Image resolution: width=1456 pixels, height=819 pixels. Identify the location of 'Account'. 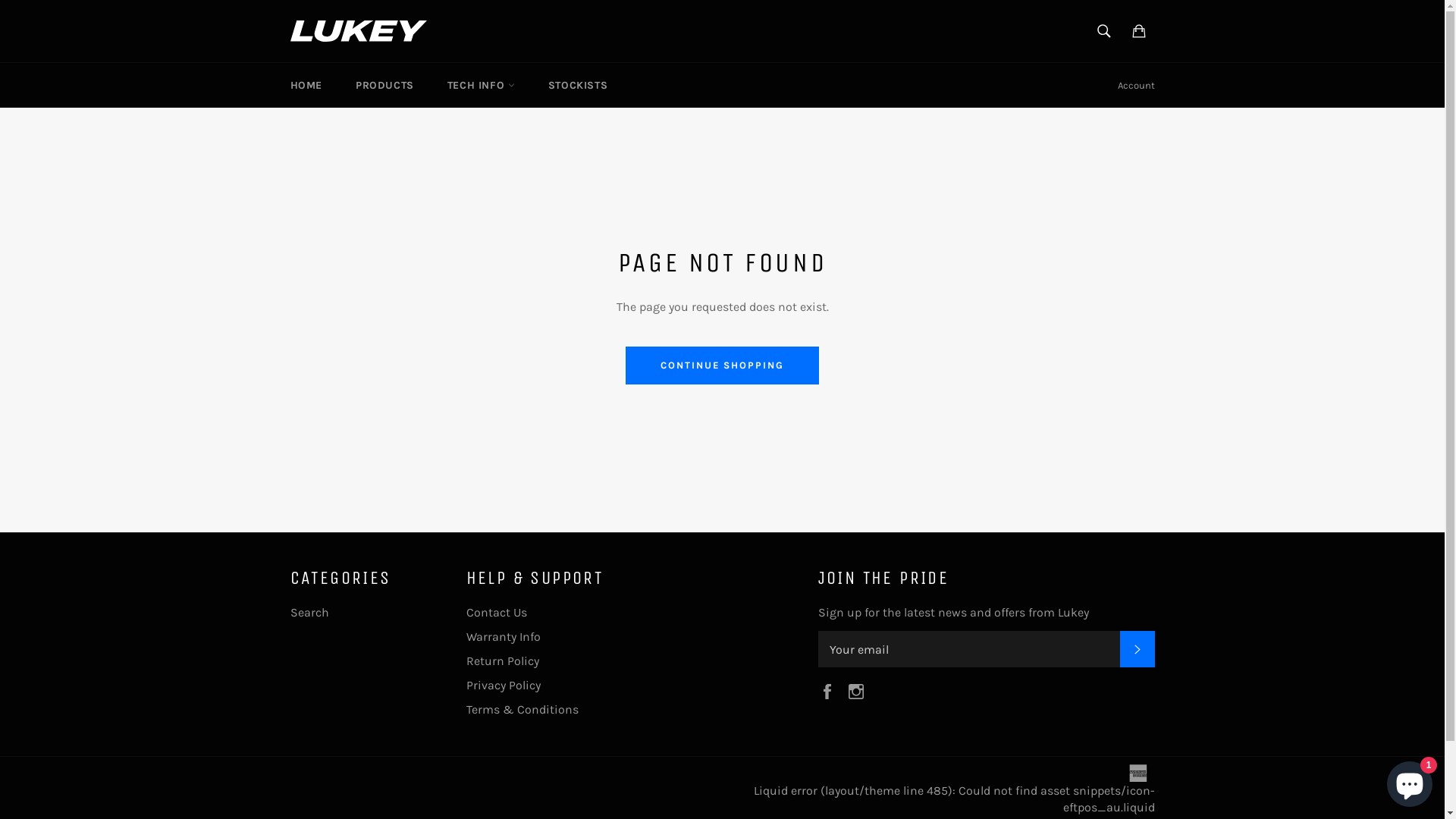
(1136, 85).